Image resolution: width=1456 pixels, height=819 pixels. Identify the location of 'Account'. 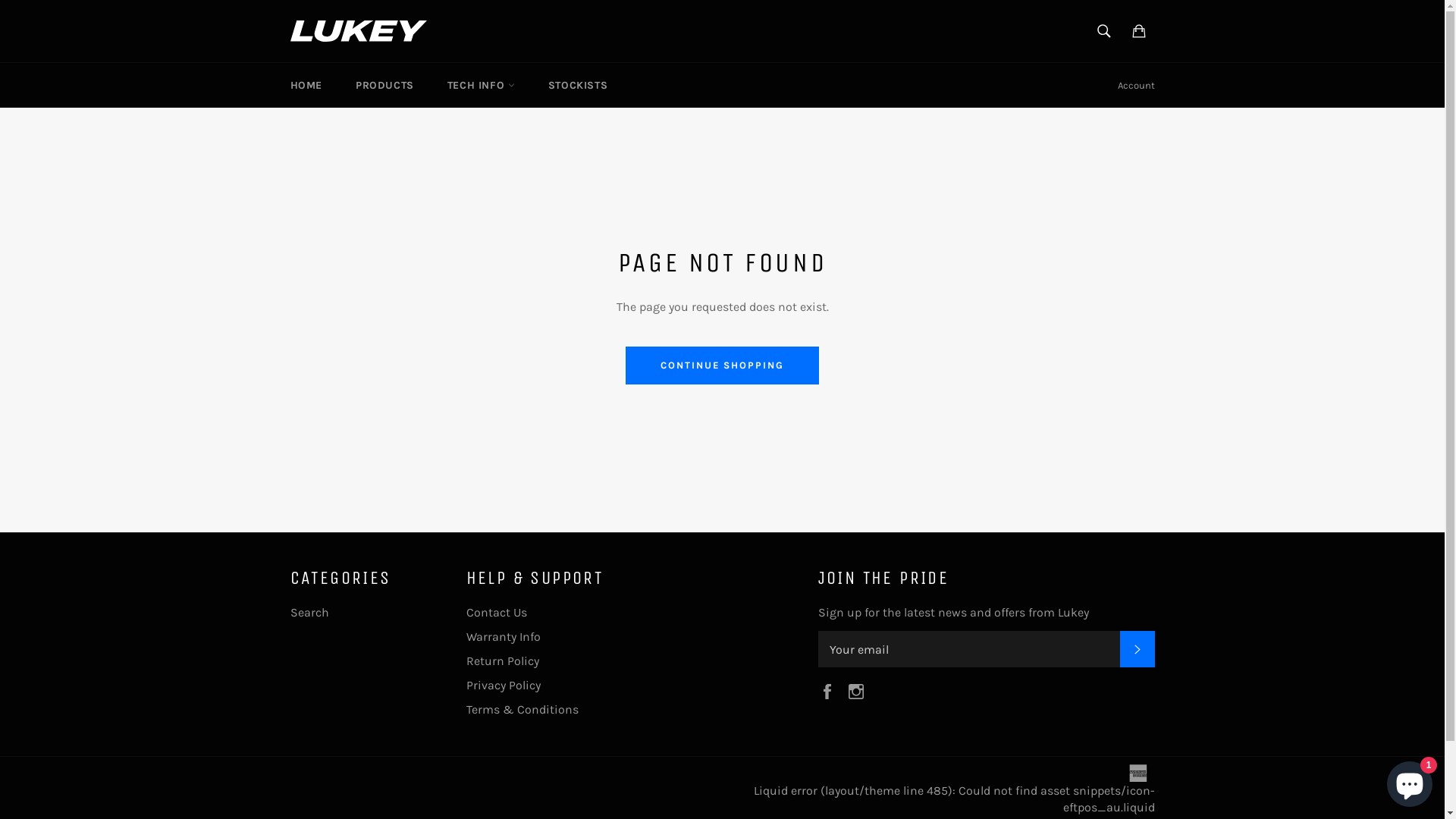
(1136, 85).